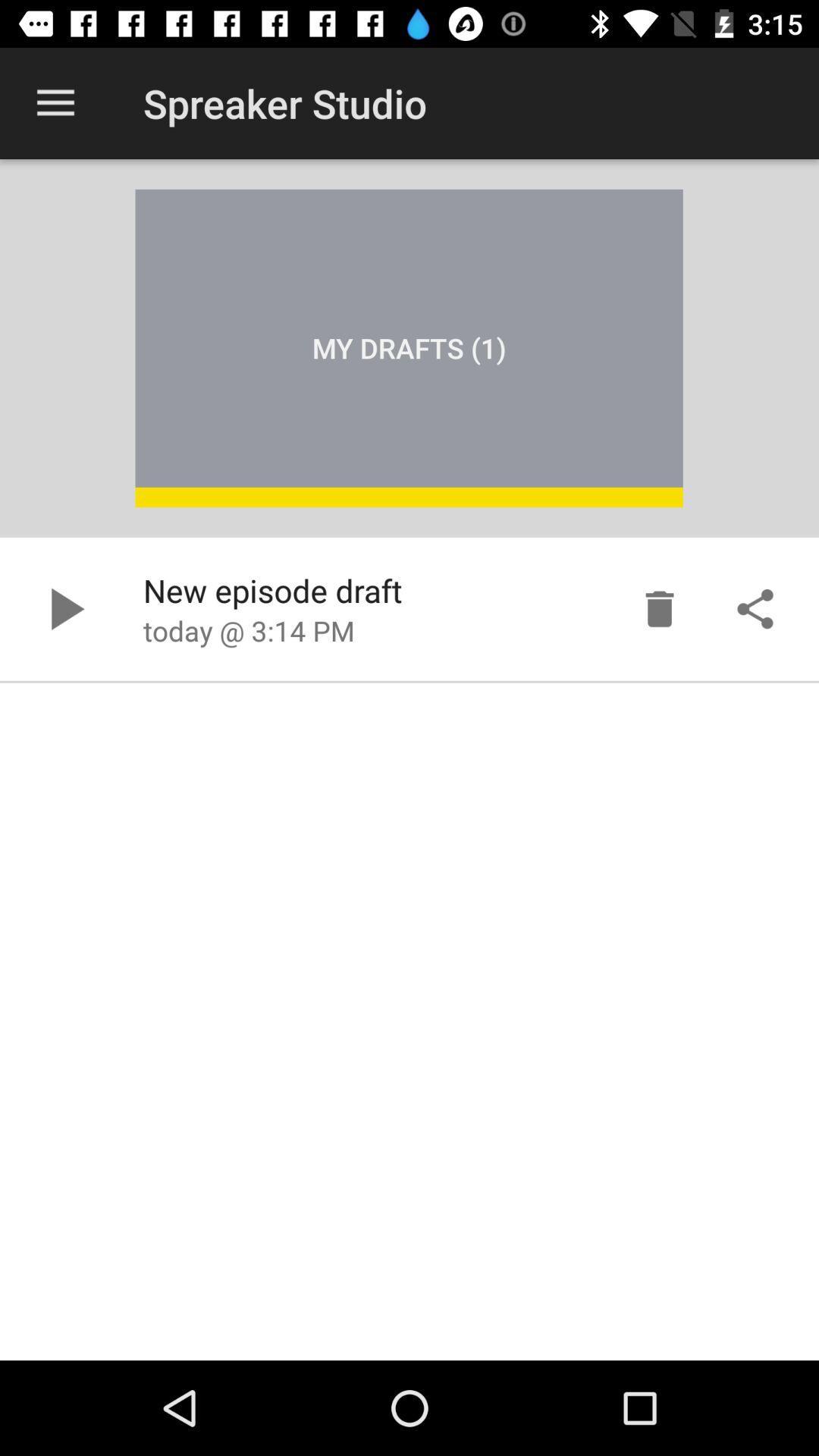  What do you see at coordinates (63, 609) in the screenshot?
I see `button` at bounding box center [63, 609].